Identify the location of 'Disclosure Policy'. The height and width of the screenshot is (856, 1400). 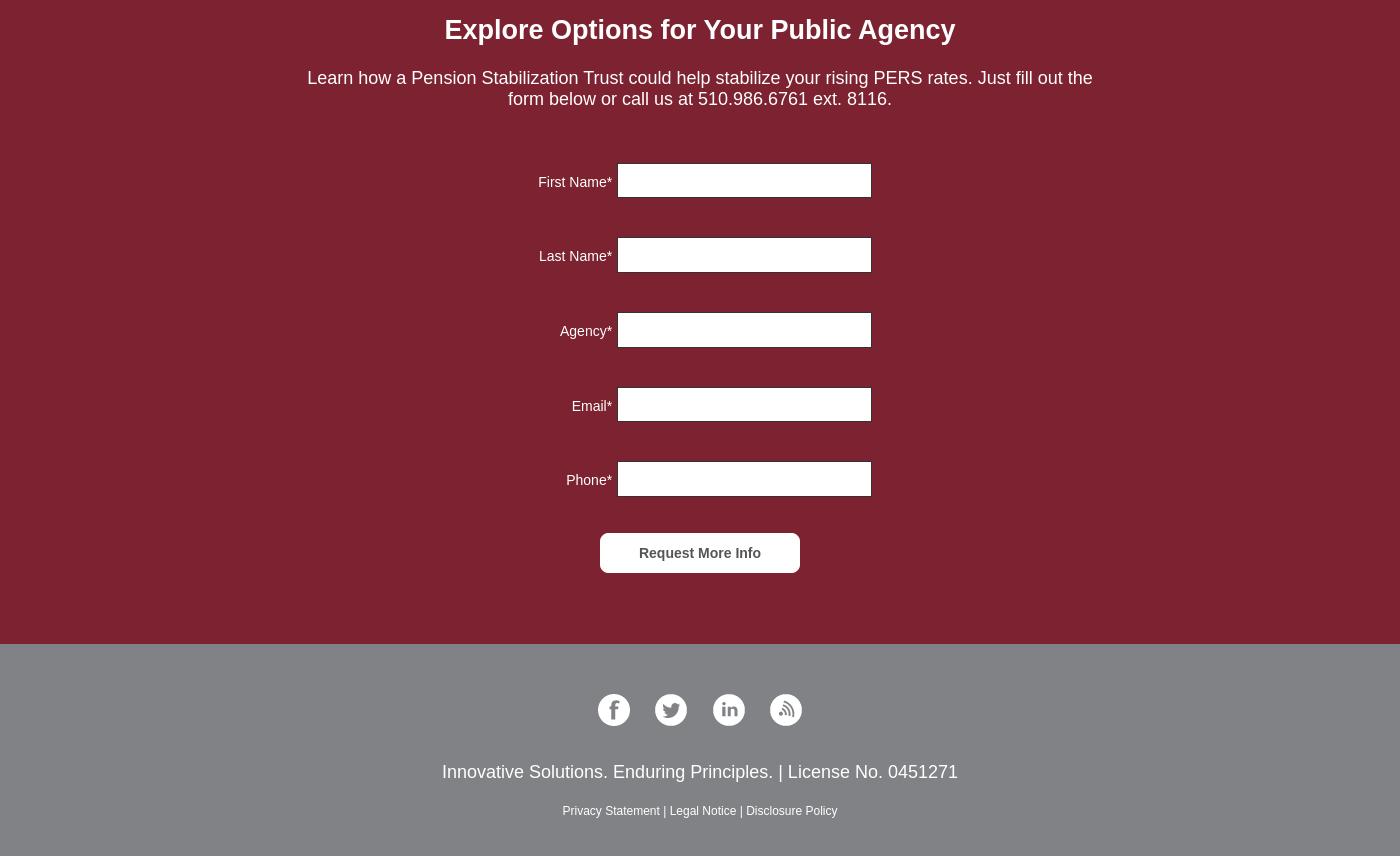
(790, 810).